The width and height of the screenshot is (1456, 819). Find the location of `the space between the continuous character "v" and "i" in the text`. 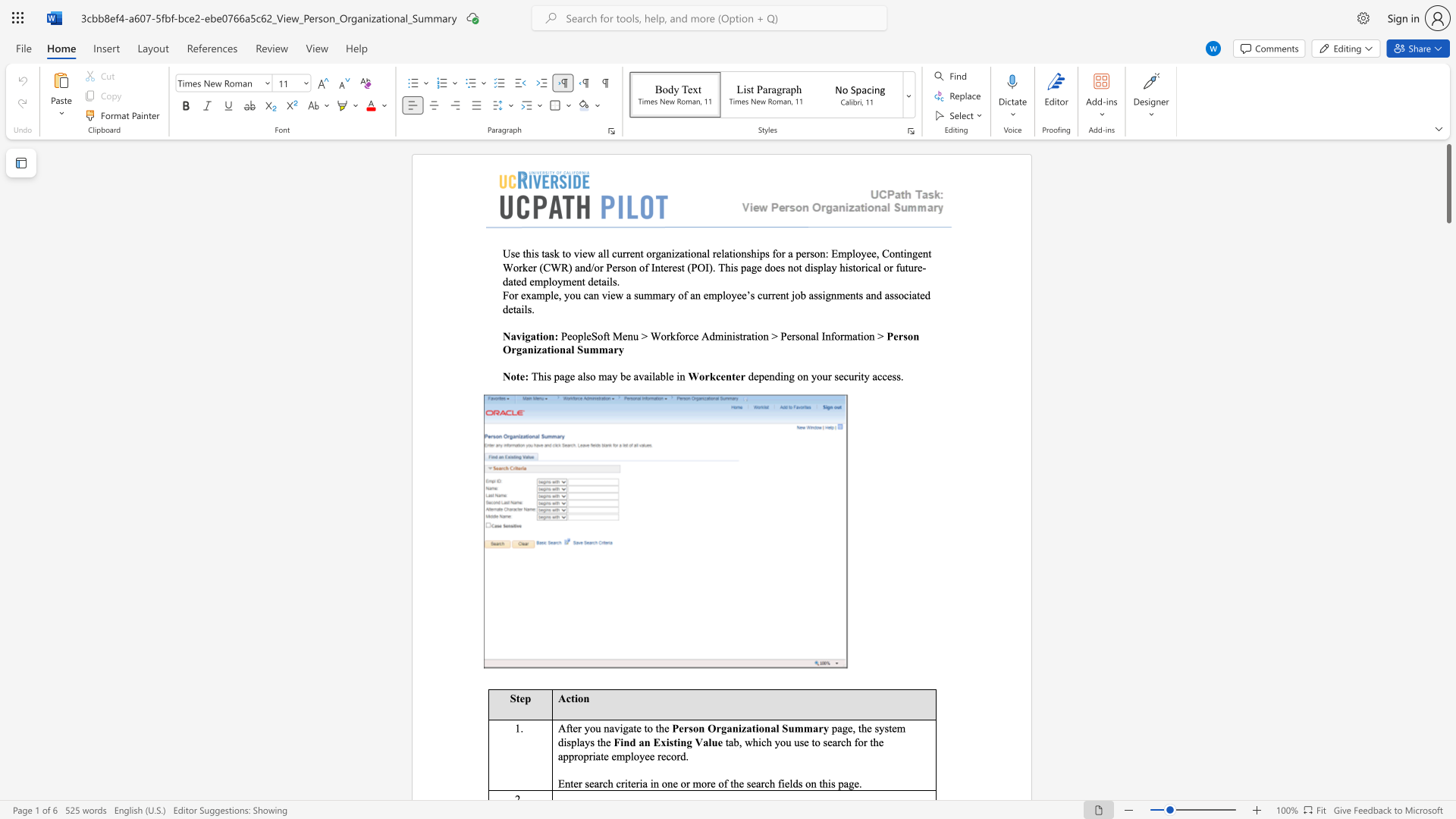

the space between the continuous character "v" and "i" in the text is located at coordinates (521, 335).